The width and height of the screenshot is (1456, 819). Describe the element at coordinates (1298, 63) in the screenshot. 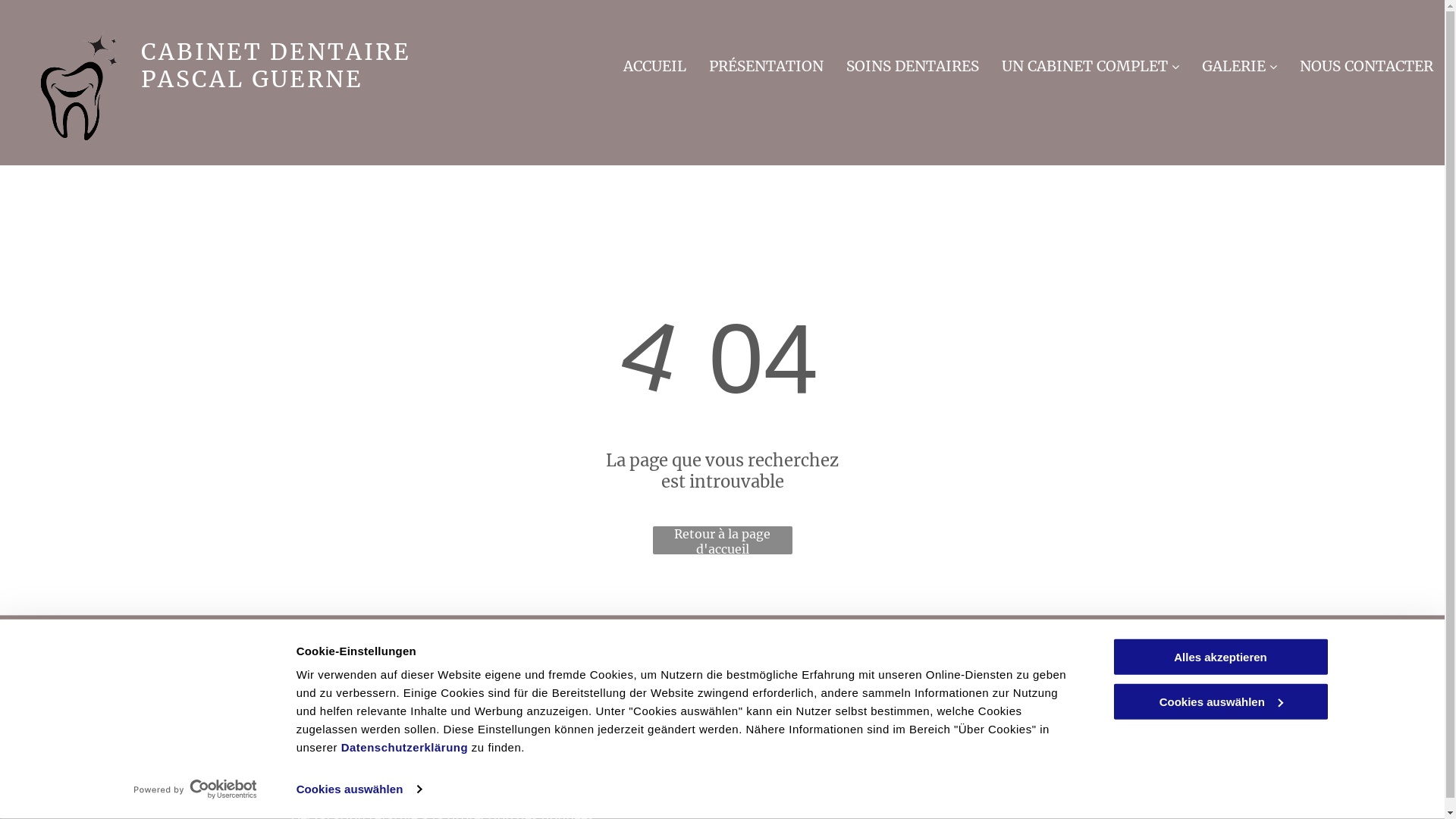

I see `'NOUS CONTACTER'` at that location.